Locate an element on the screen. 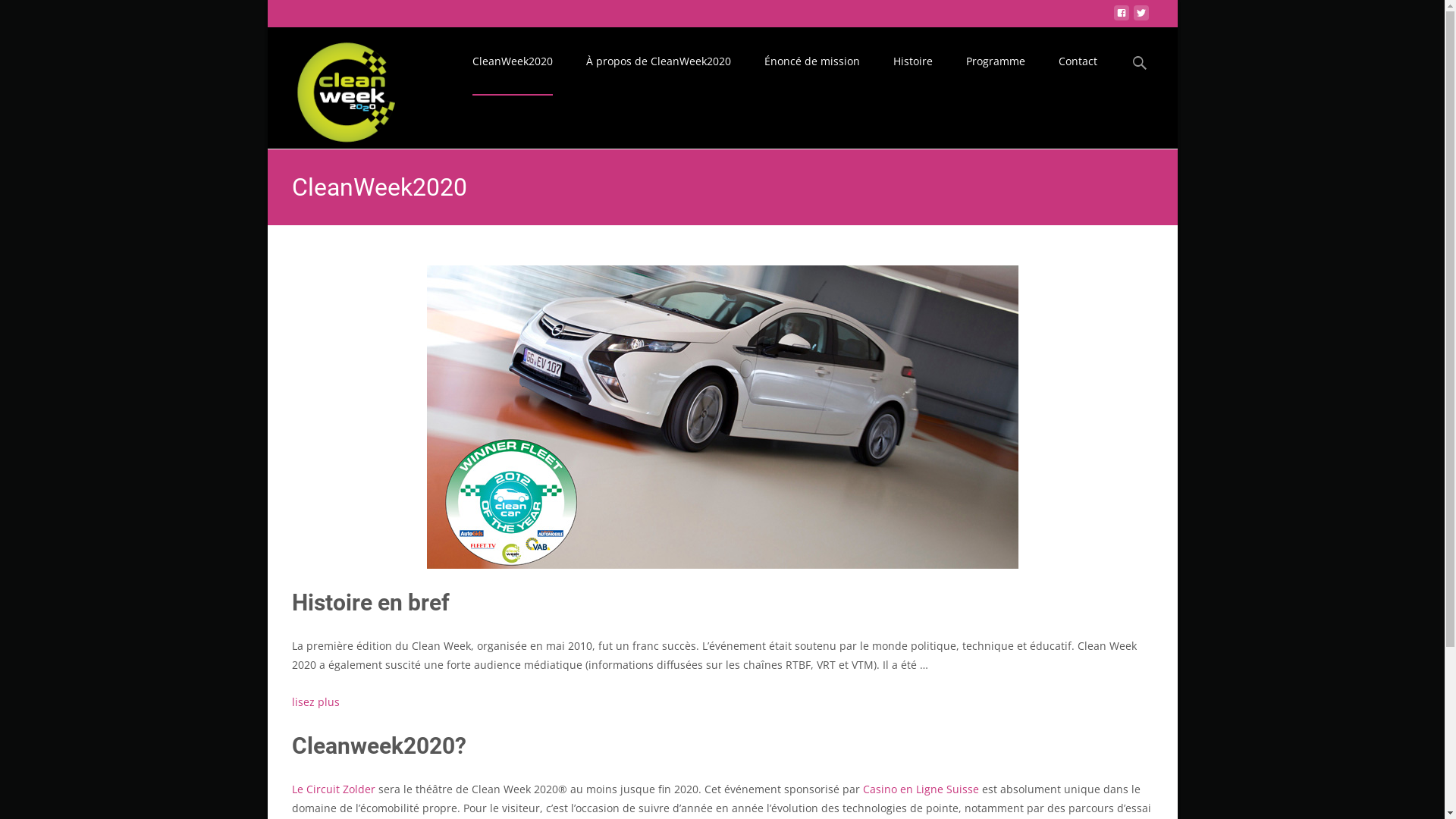  'twitter' is located at coordinates (1140, 17).